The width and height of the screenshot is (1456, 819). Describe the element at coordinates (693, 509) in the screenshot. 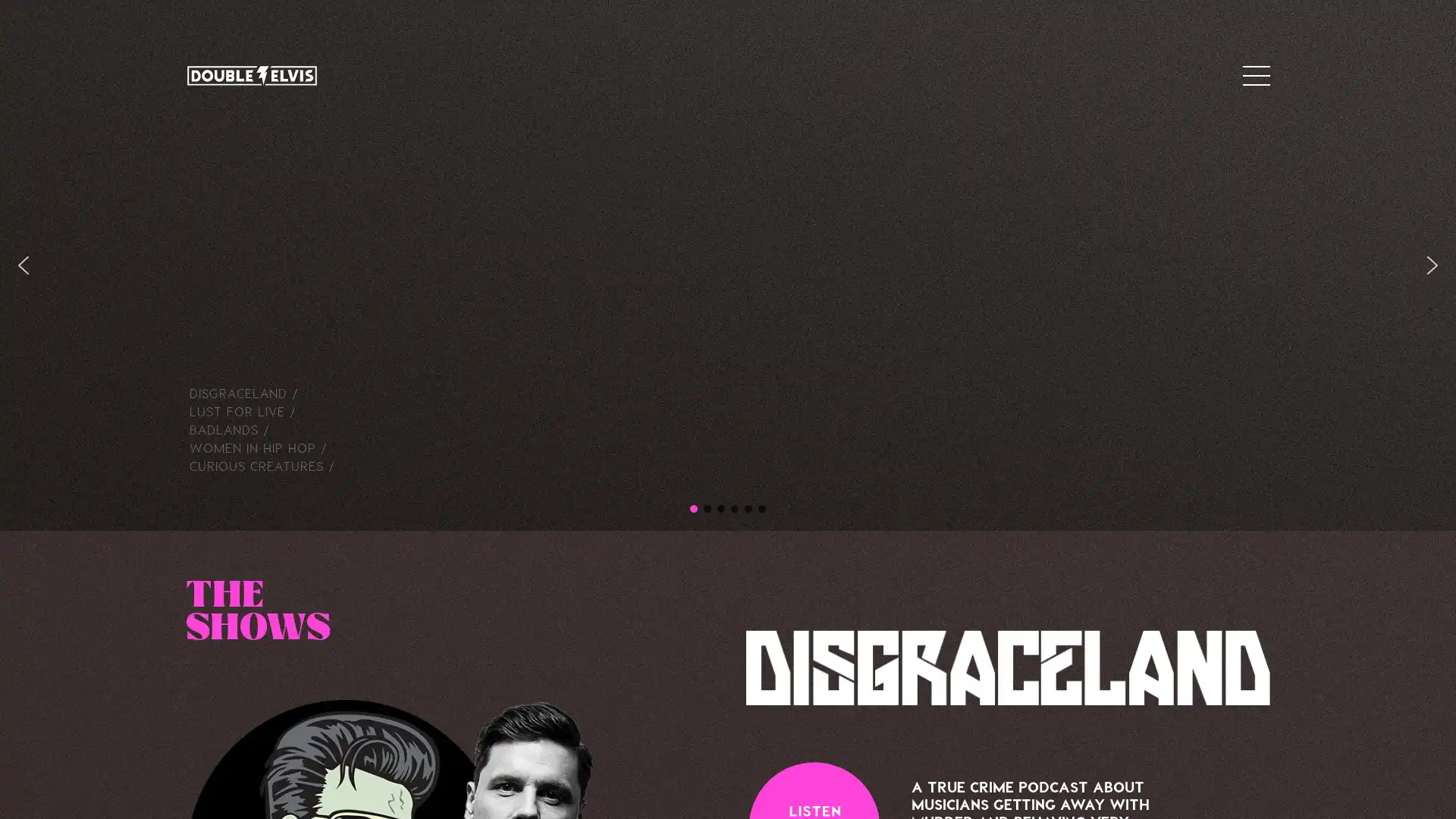

I see `DE hero` at that location.